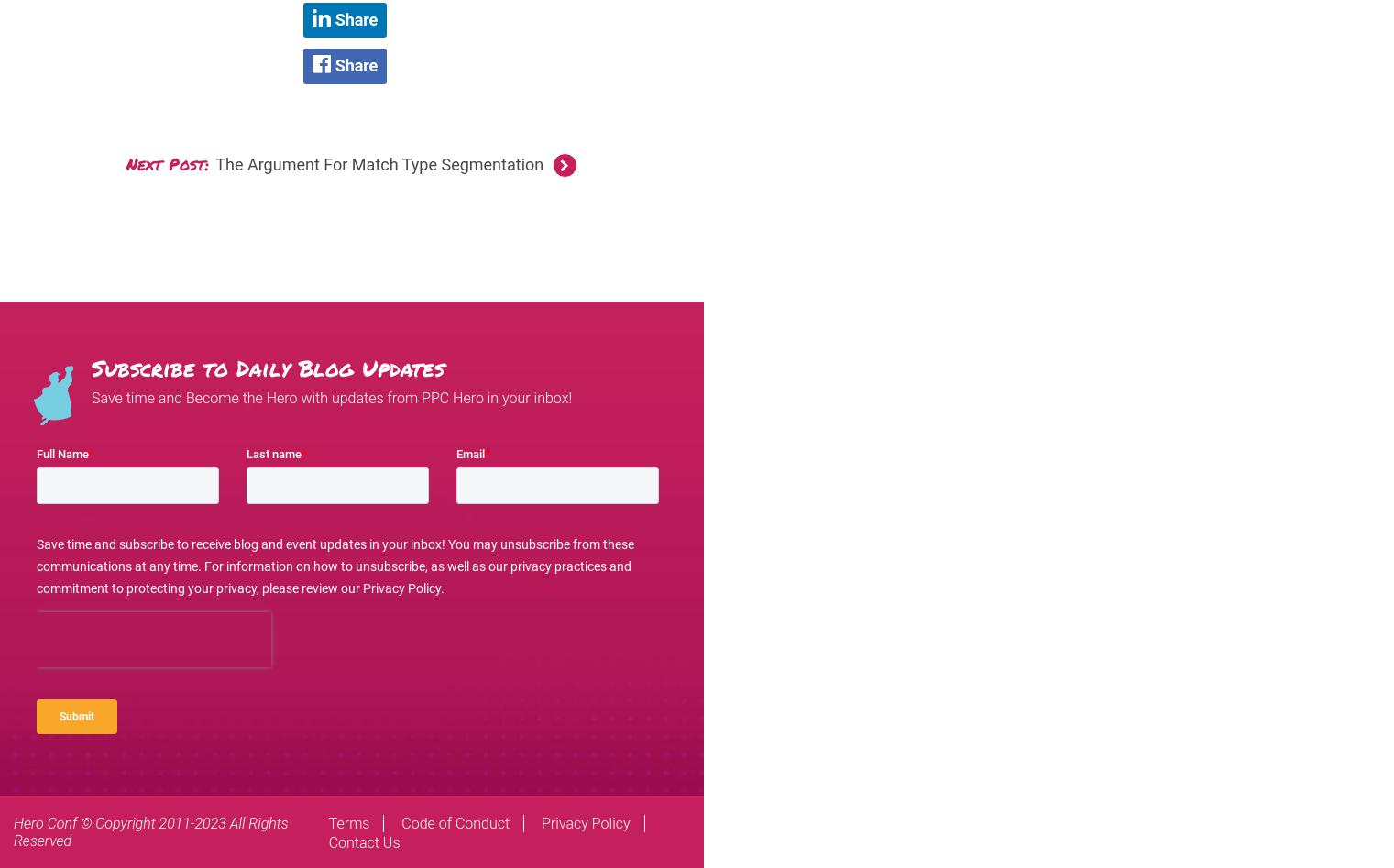  What do you see at coordinates (456, 822) in the screenshot?
I see `'Code of Conduct'` at bounding box center [456, 822].